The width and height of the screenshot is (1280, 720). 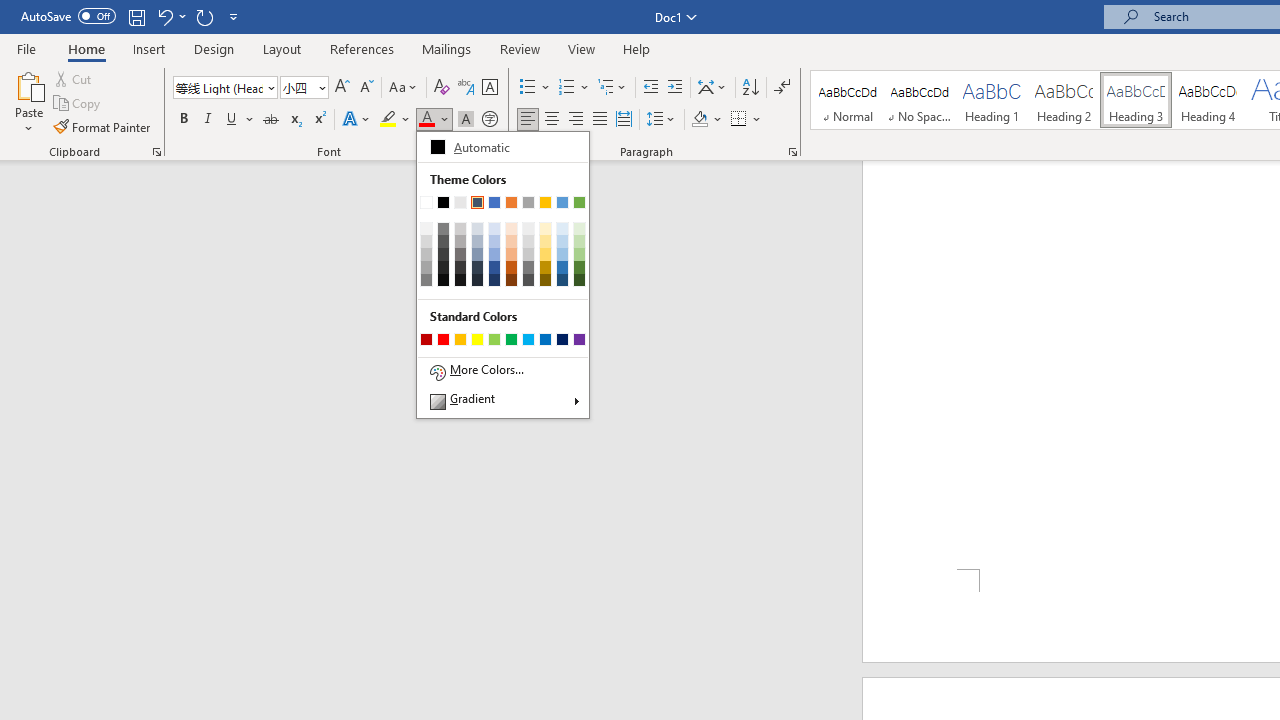 I want to click on 'Copy', so click(x=78, y=103).